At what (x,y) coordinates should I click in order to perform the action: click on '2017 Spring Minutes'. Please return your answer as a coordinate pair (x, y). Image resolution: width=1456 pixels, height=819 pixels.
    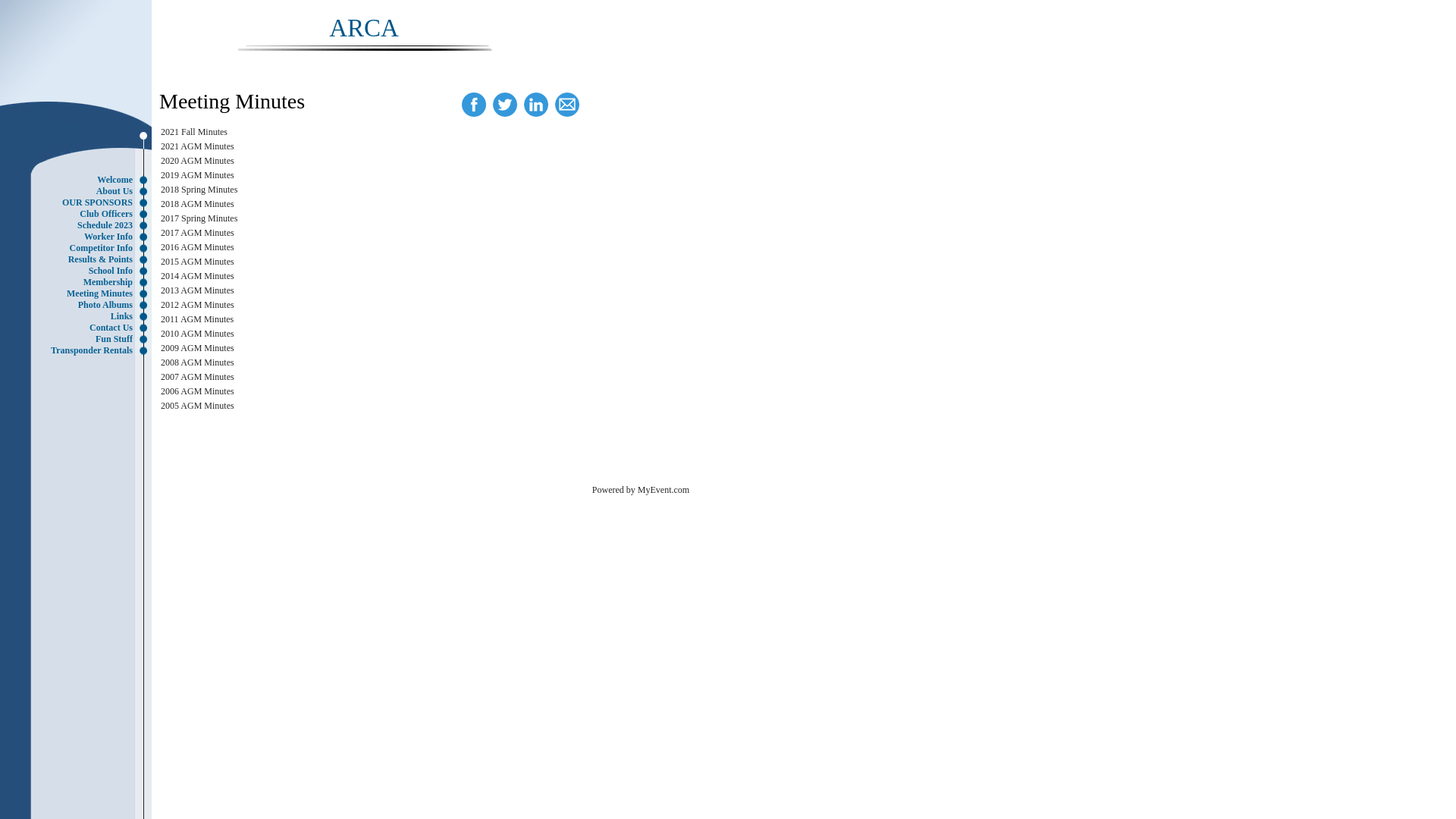
    Looking at the image, I should click on (198, 218).